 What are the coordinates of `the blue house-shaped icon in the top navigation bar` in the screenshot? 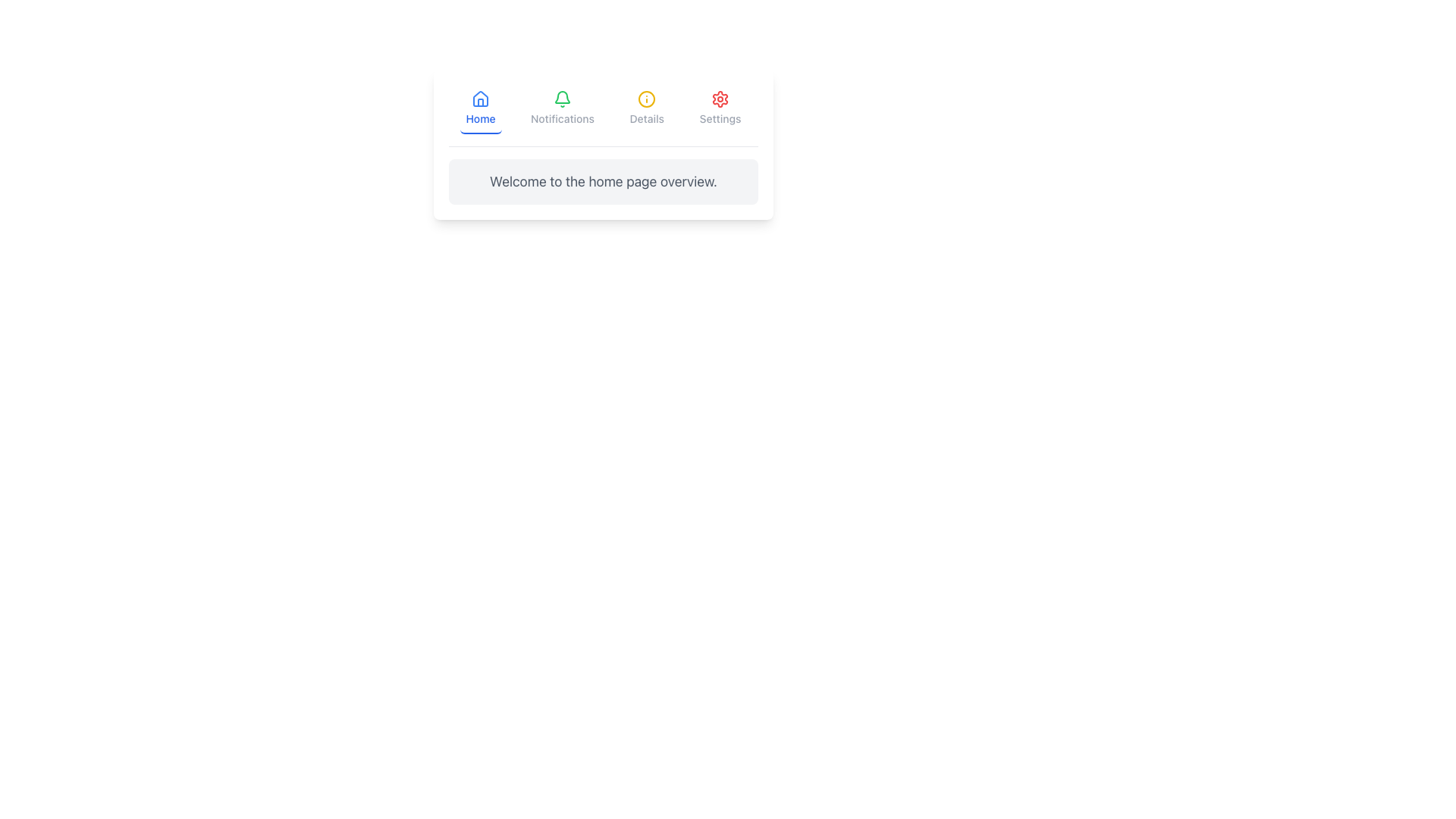 It's located at (479, 99).